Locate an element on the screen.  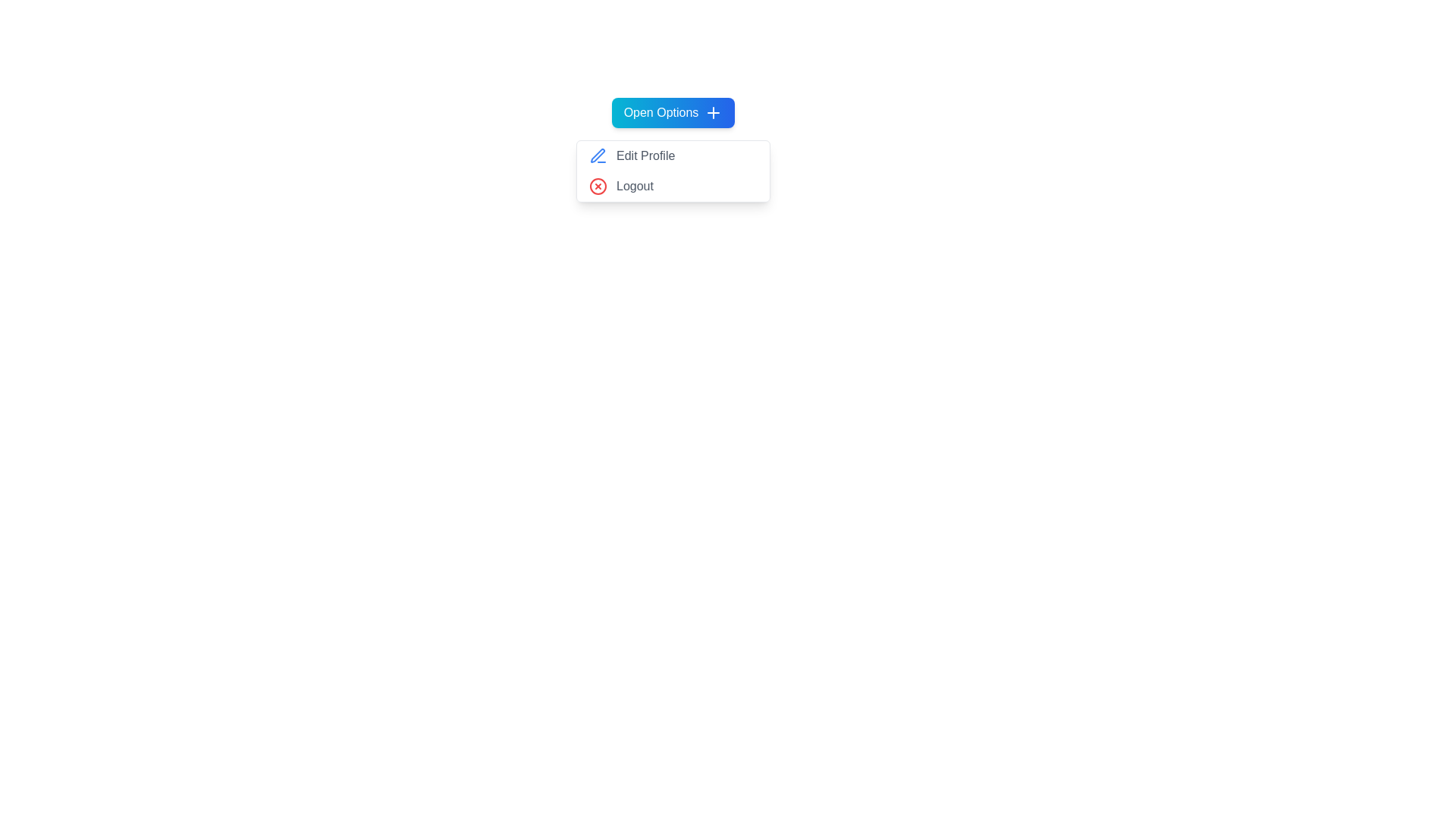
'Open Options' button to toggle the dropdown menu visibility is located at coordinates (673, 112).